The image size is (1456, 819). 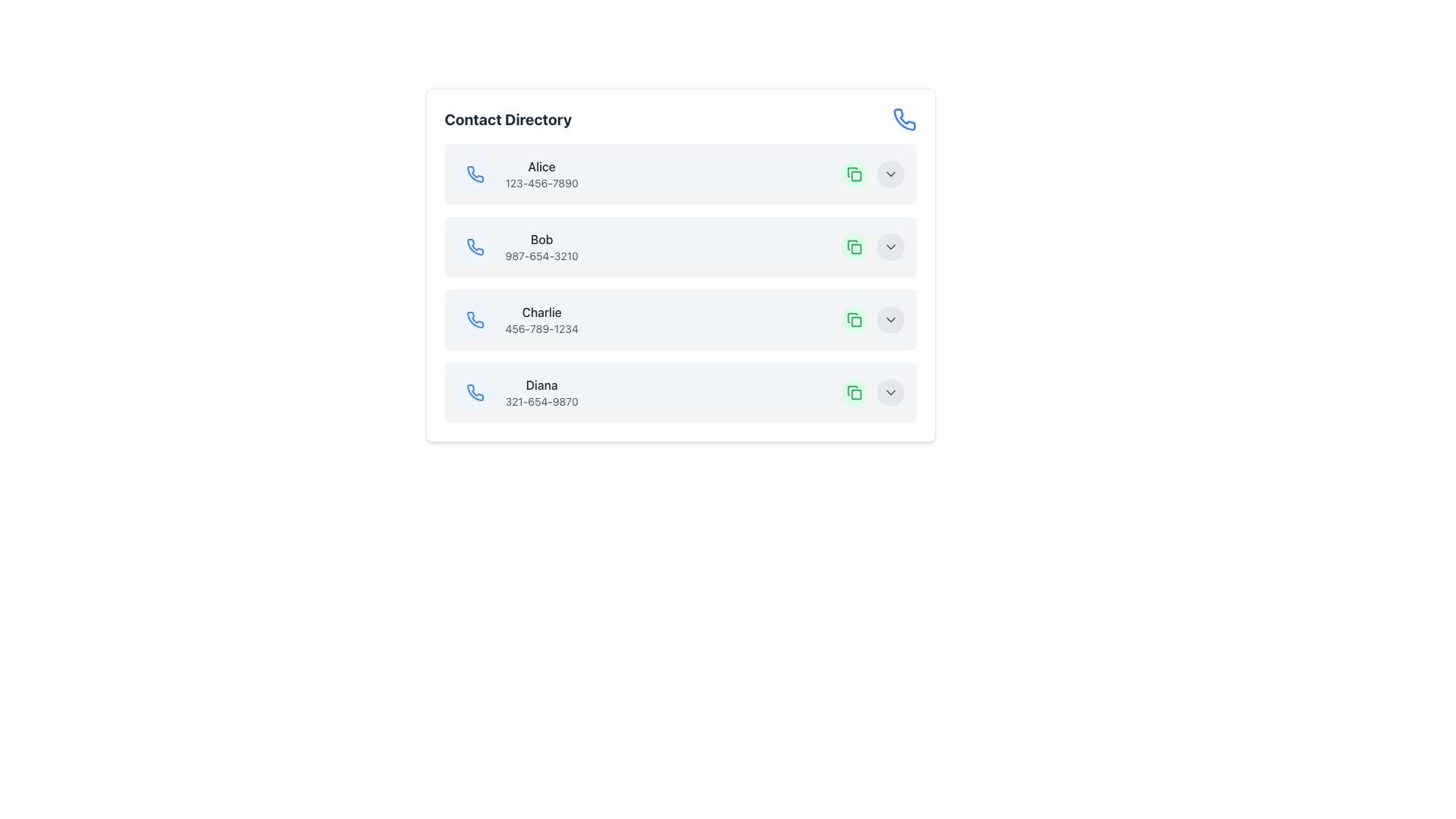 I want to click on the smaller square icon associated with copying Charlie's contact details, located, so click(x=855, y=321).